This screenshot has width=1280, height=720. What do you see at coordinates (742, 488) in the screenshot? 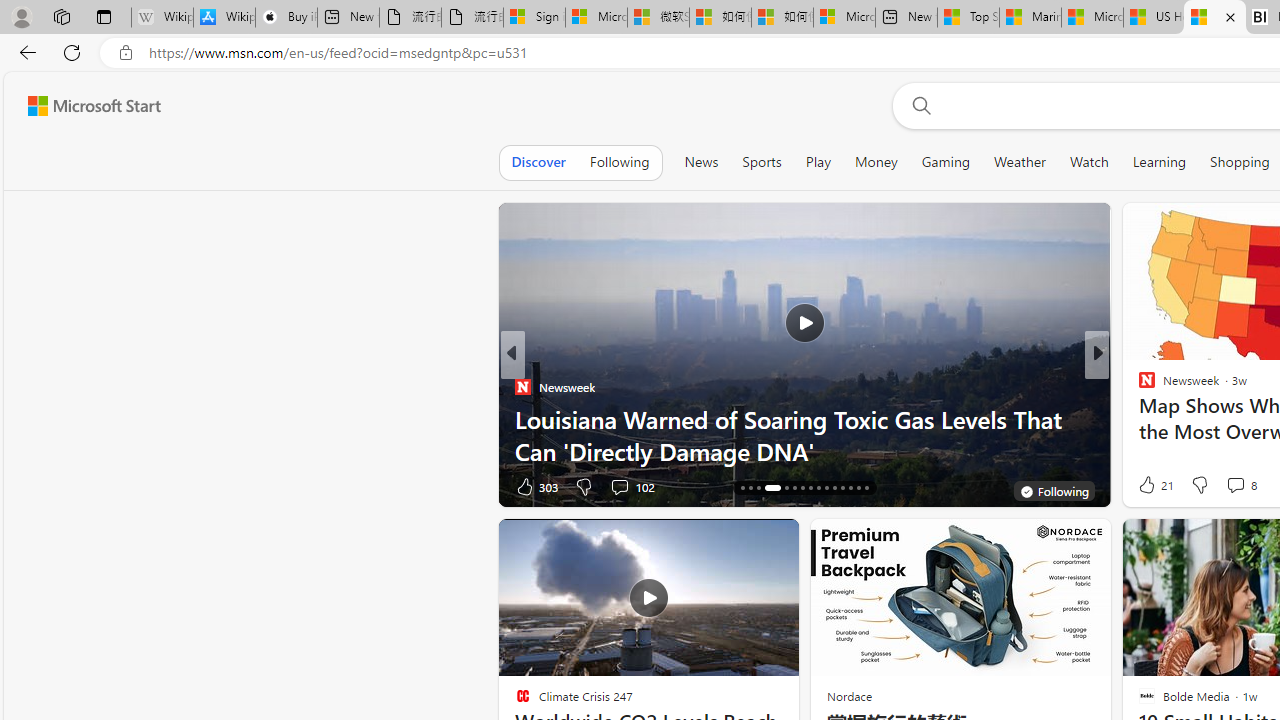
I see `'AutomationID: tab-16'` at bounding box center [742, 488].